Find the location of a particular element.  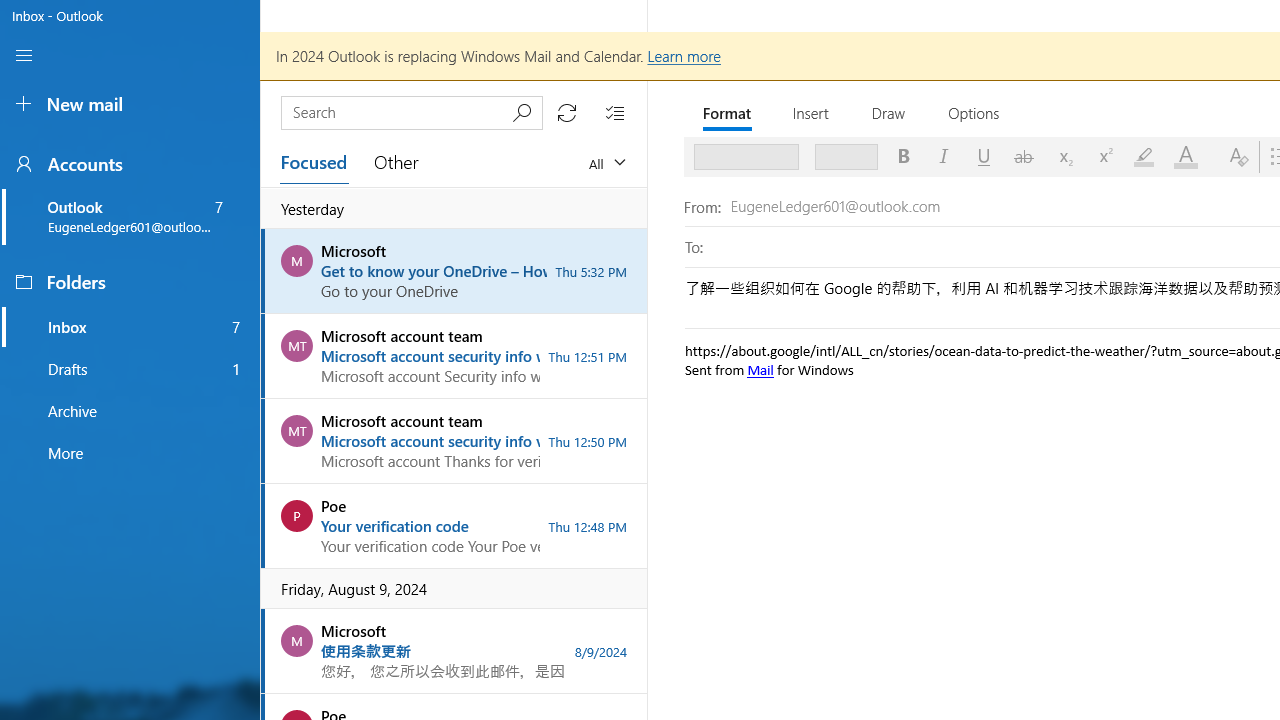

'Superscript' is located at coordinates (1103, 155).